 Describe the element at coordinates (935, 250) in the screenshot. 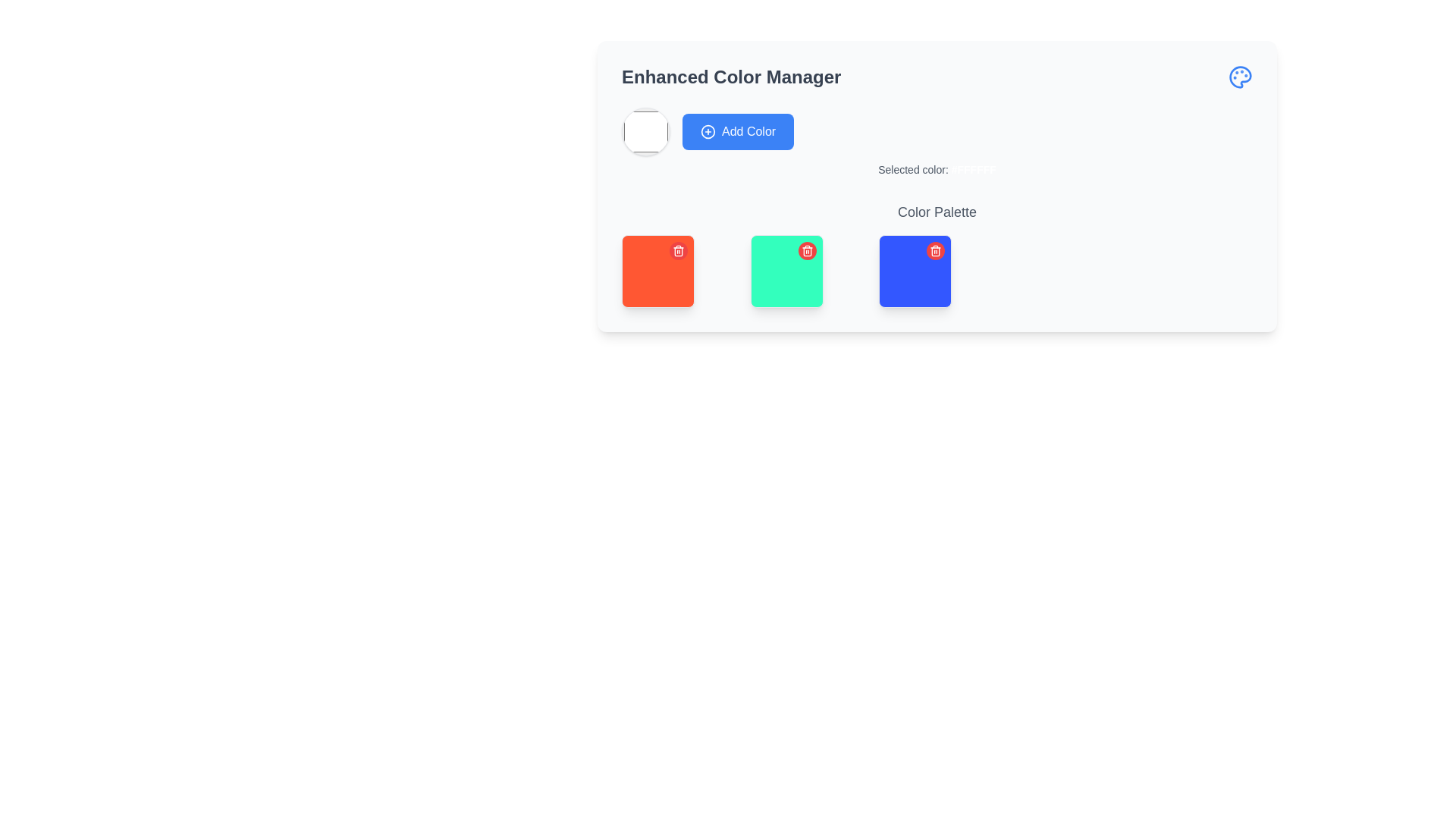

I see `the delete button located in the top-right corner of the blue color card` at that location.